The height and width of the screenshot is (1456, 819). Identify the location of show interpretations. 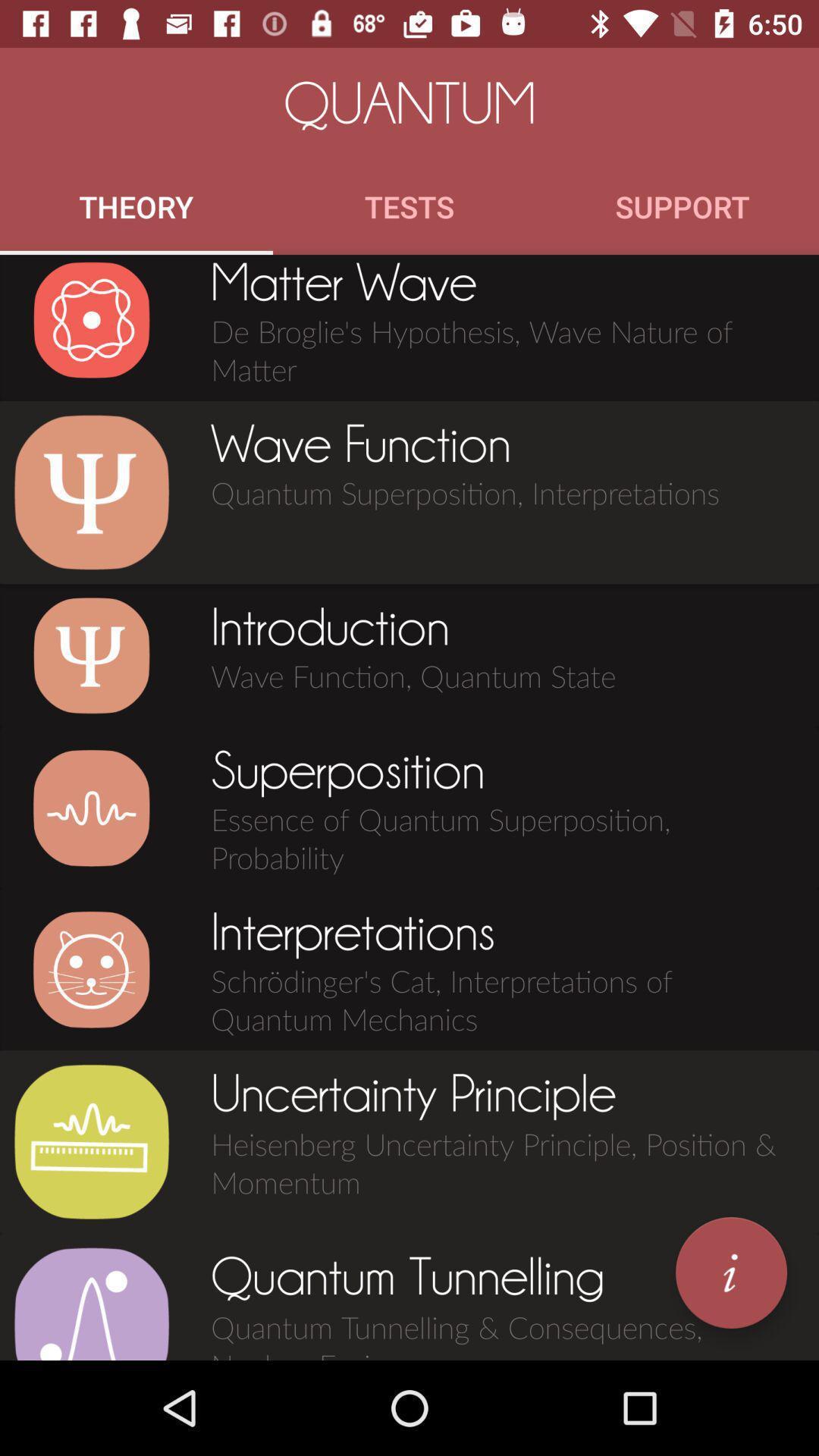
(91, 968).